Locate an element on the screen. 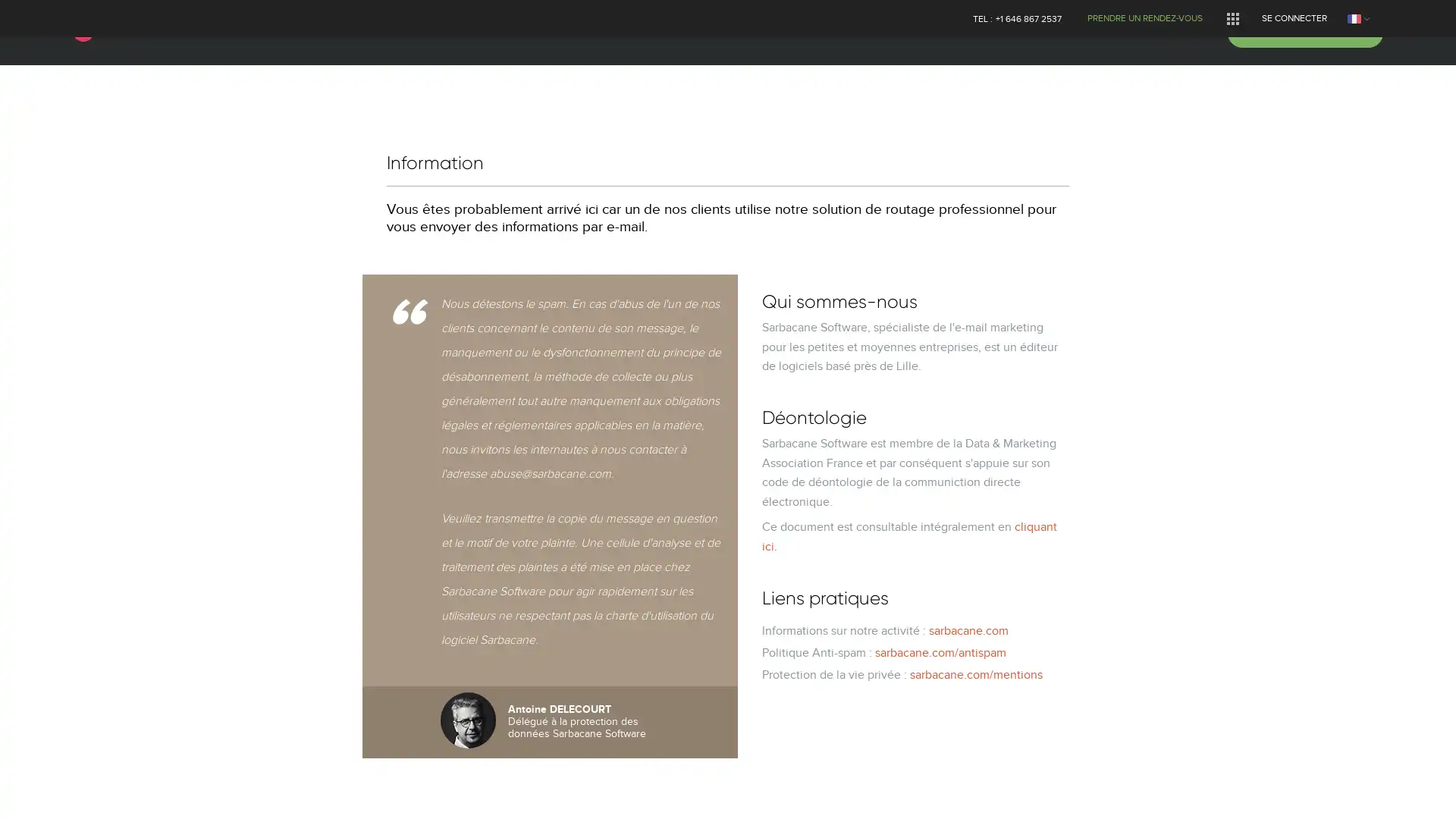  OK pour moi is located at coordinates (848, 513).